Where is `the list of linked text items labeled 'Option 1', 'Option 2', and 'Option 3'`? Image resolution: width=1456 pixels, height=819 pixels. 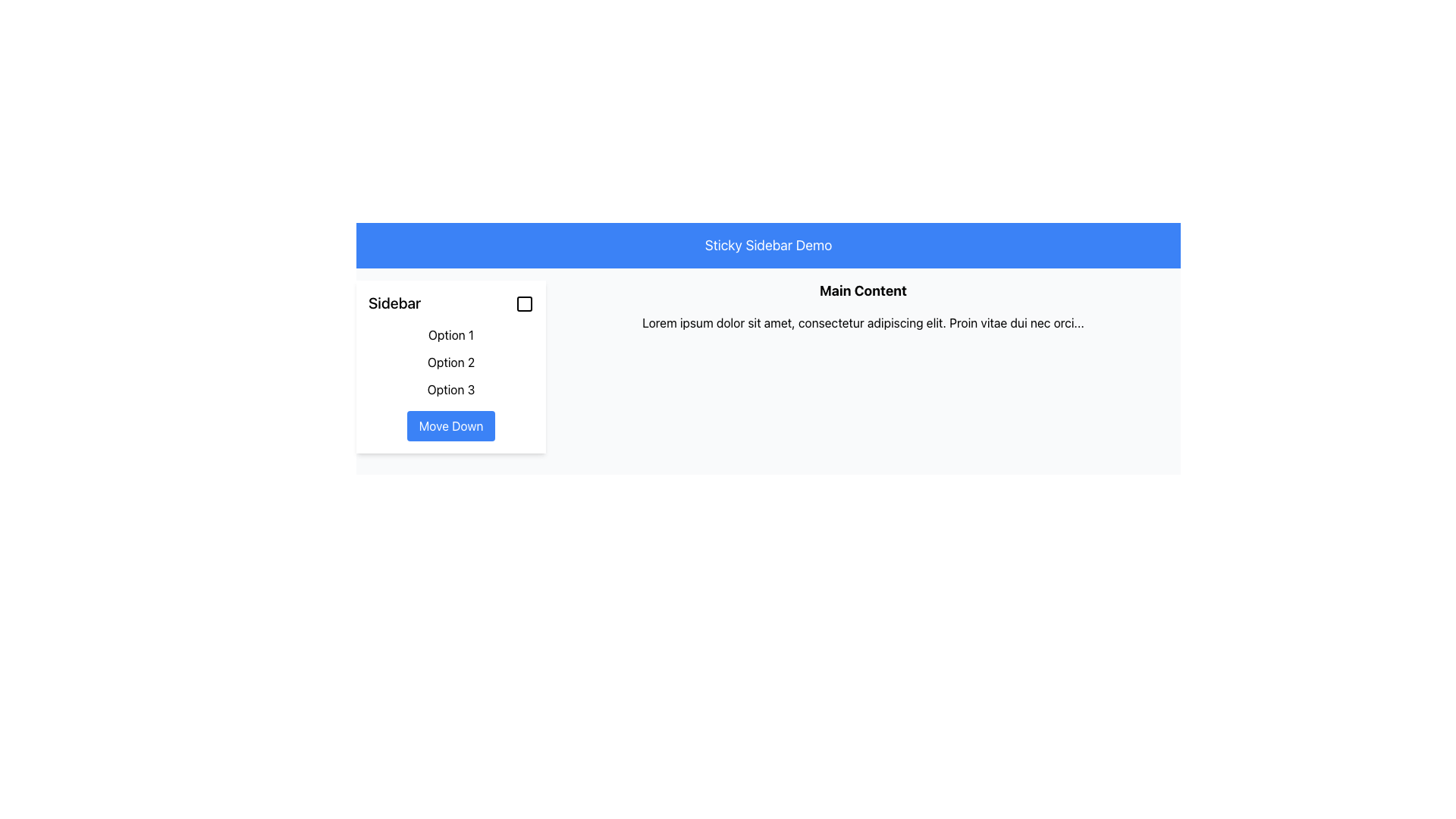
the list of linked text items labeled 'Option 1', 'Option 2', and 'Option 3' is located at coordinates (450, 362).